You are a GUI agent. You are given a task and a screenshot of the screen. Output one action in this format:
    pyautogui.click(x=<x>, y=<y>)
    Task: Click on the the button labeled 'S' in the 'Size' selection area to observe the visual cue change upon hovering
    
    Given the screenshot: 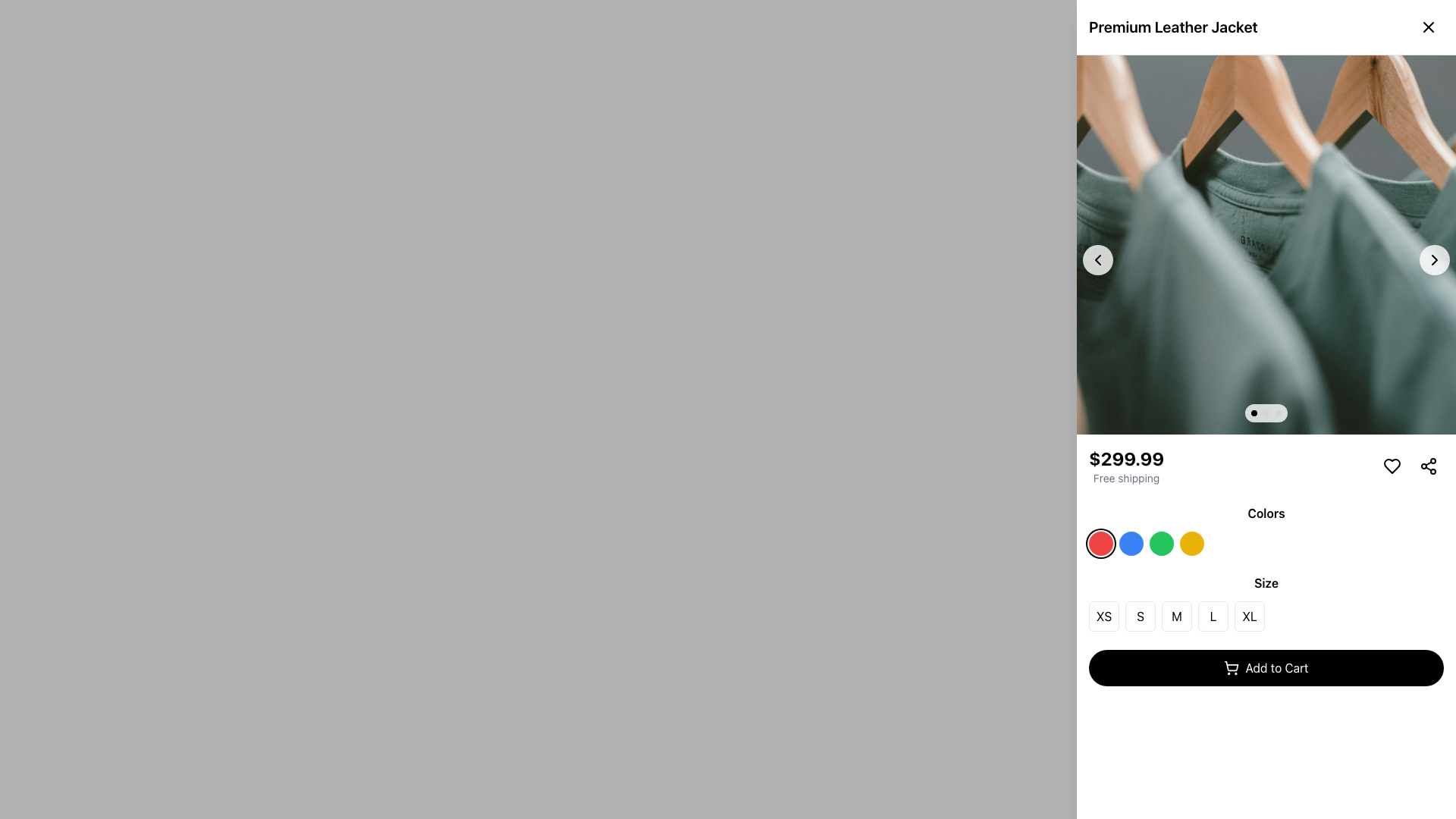 What is the action you would take?
    pyautogui.click(x=1140, y=617)
    